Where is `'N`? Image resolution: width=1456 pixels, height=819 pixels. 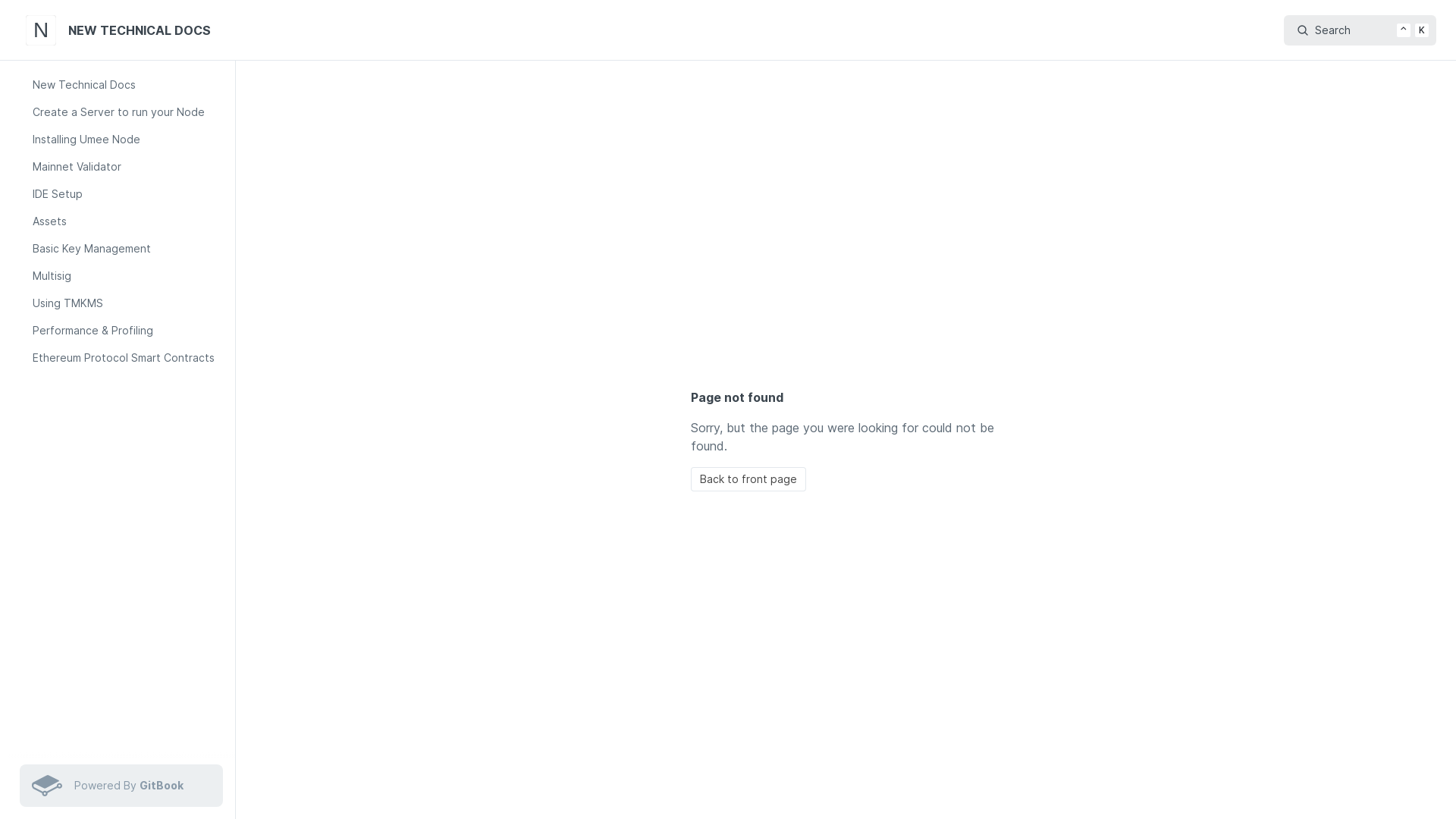 'N is located at coordinates (120, 30).